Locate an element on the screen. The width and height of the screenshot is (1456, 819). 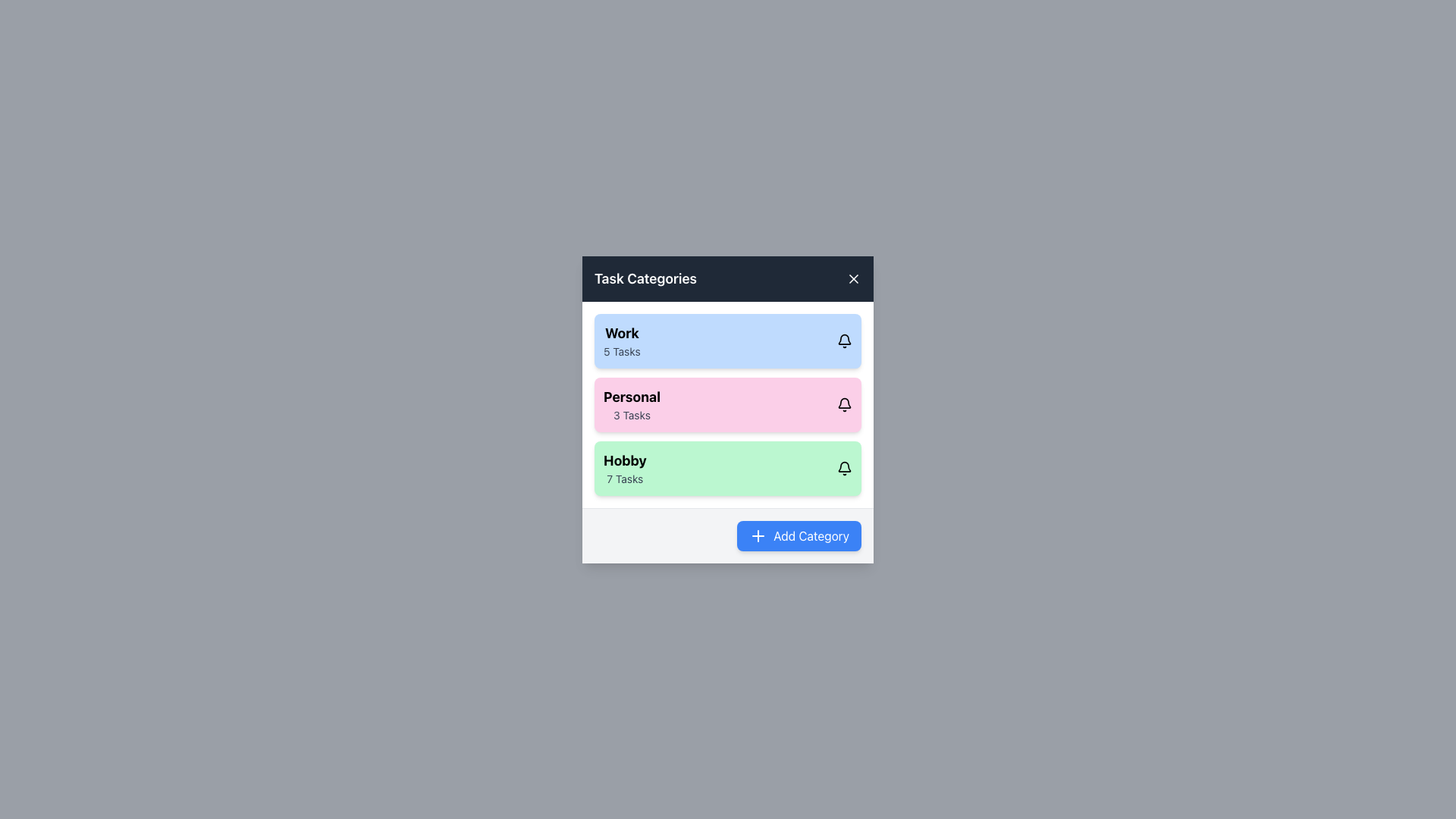
the static text label displaying '7 Tasks' located in the green background section of the 'Hobby' category panel, positioned directly below the bold text 'Hobby' is located at coordinates (625, 479).